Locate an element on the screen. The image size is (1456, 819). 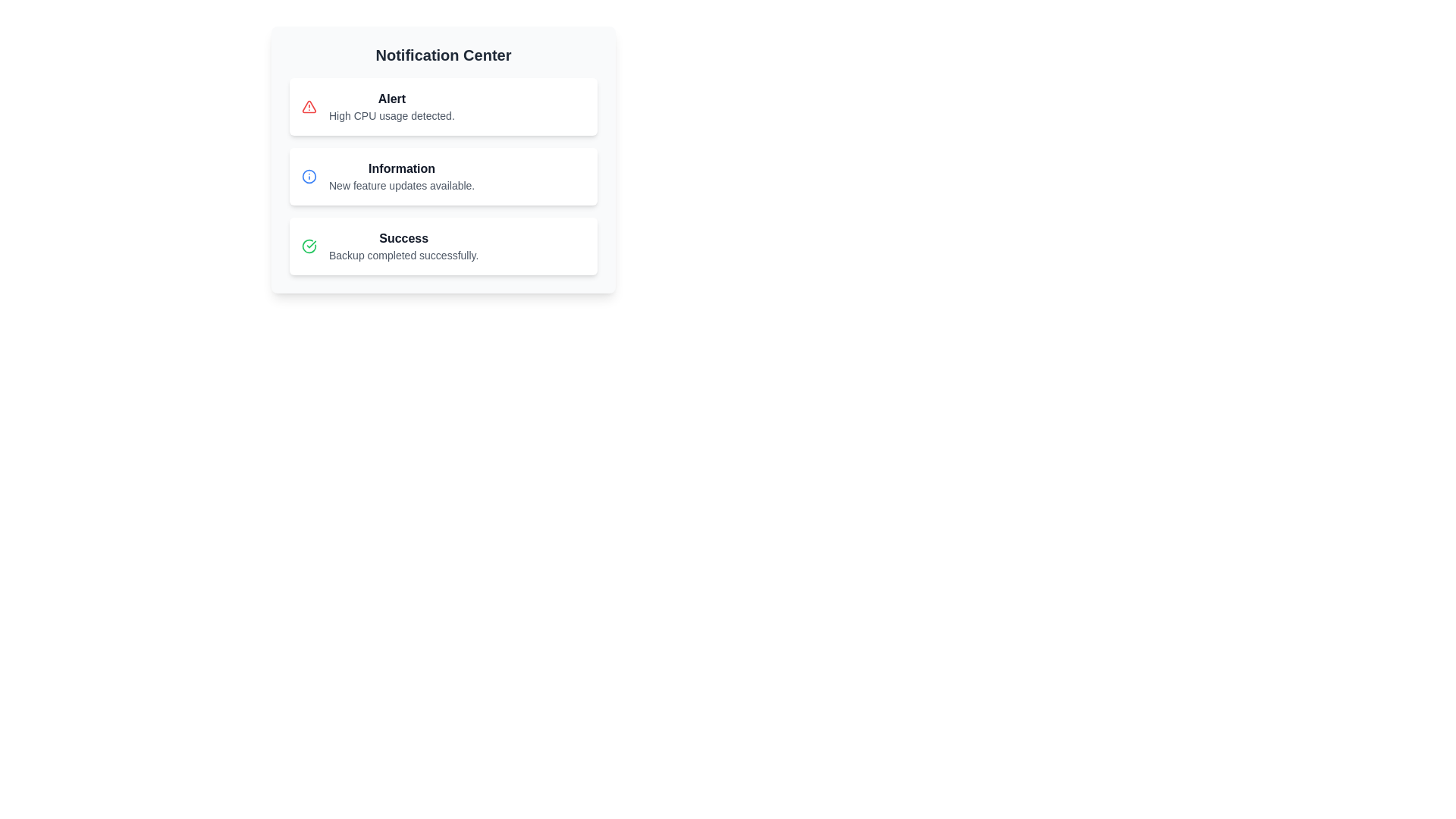
the alert icon indicating high CPU usage in the Notification Center, which is located to the left of the text 'High CPU usage detected.' is located at coordinates (309, 105).